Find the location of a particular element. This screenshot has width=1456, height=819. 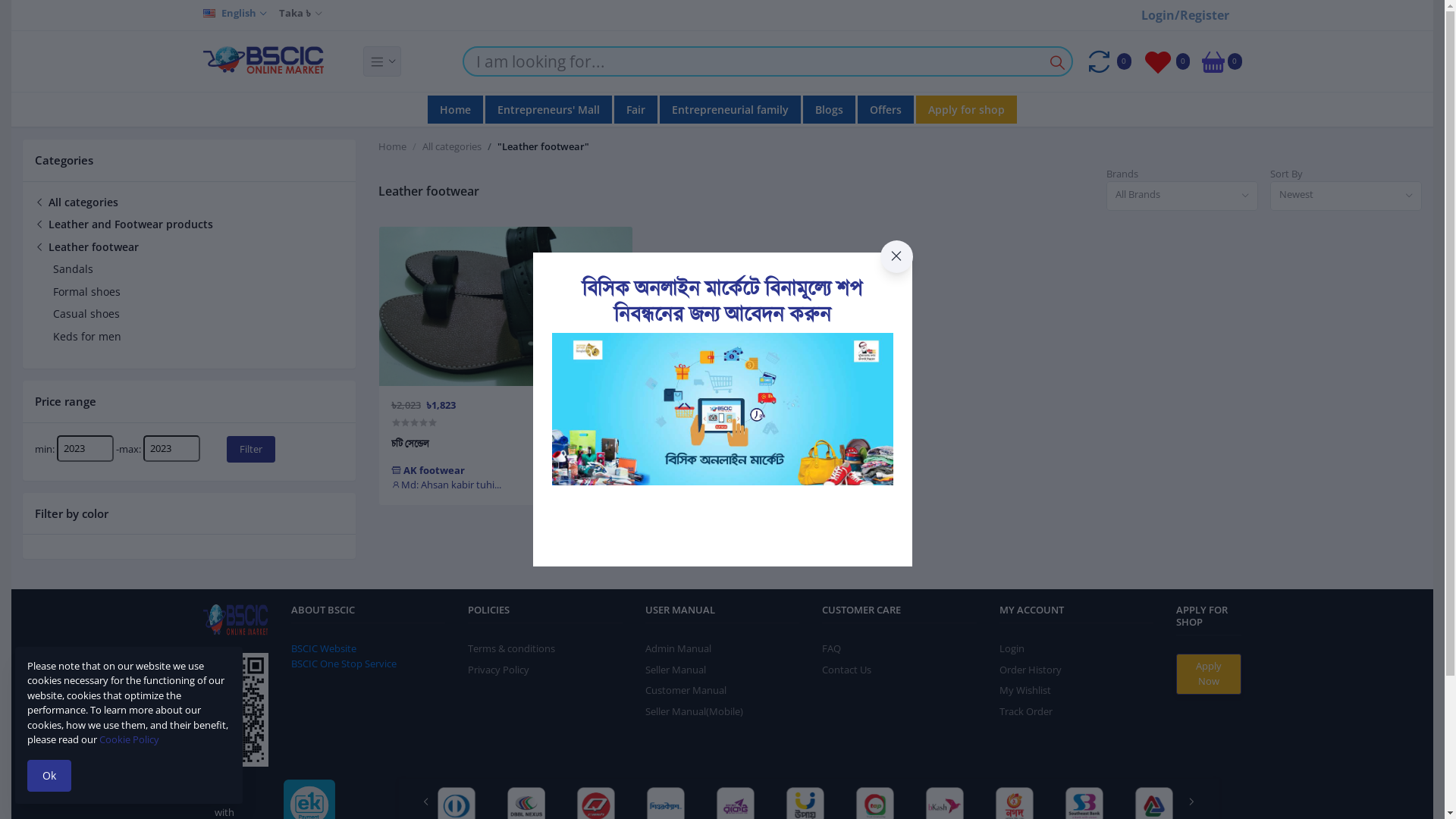

'AK footwear' is located at coordinates (427, 469).